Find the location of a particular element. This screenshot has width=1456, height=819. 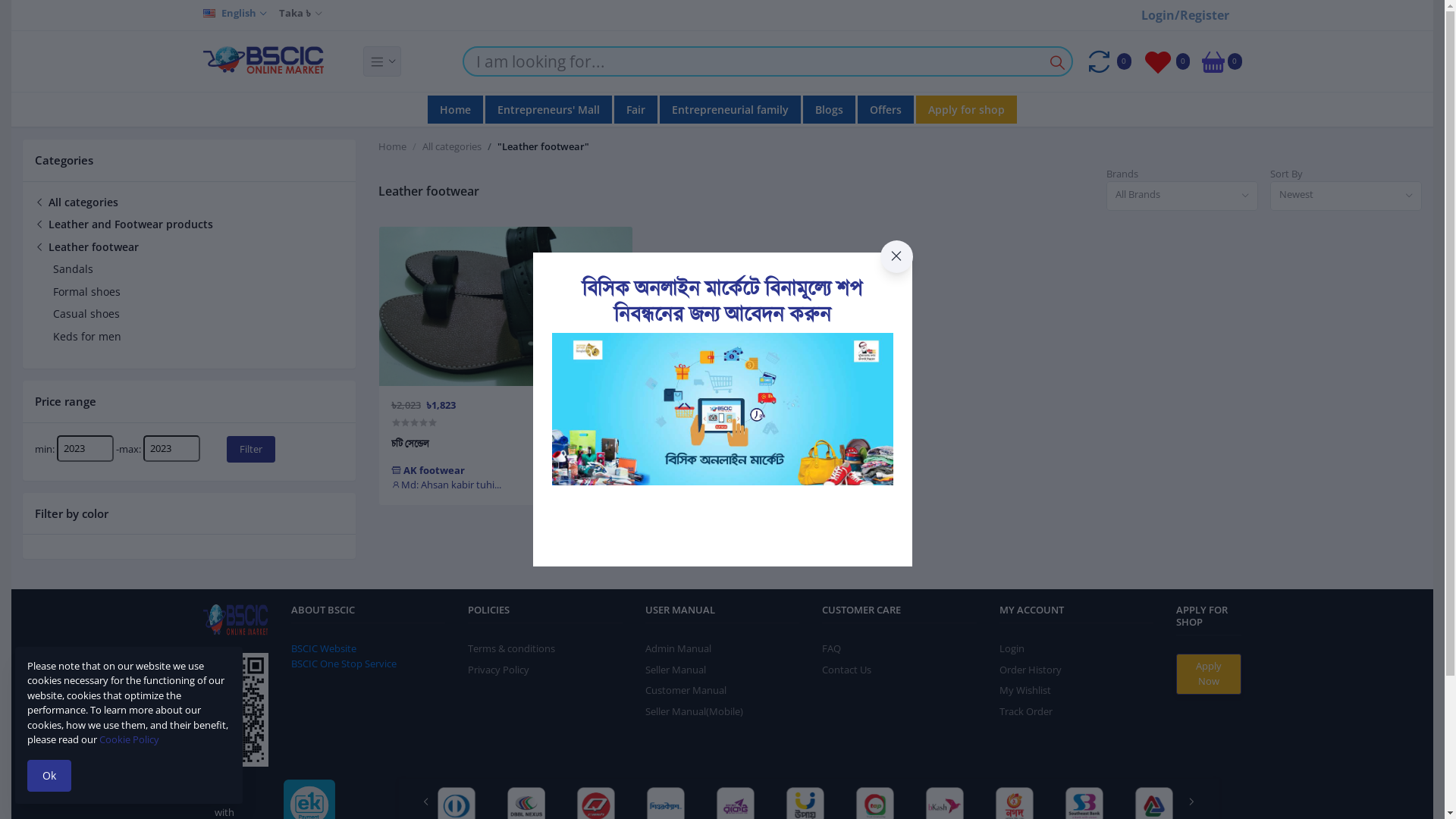

'AK footwear' is located at coordinates (427, 469).